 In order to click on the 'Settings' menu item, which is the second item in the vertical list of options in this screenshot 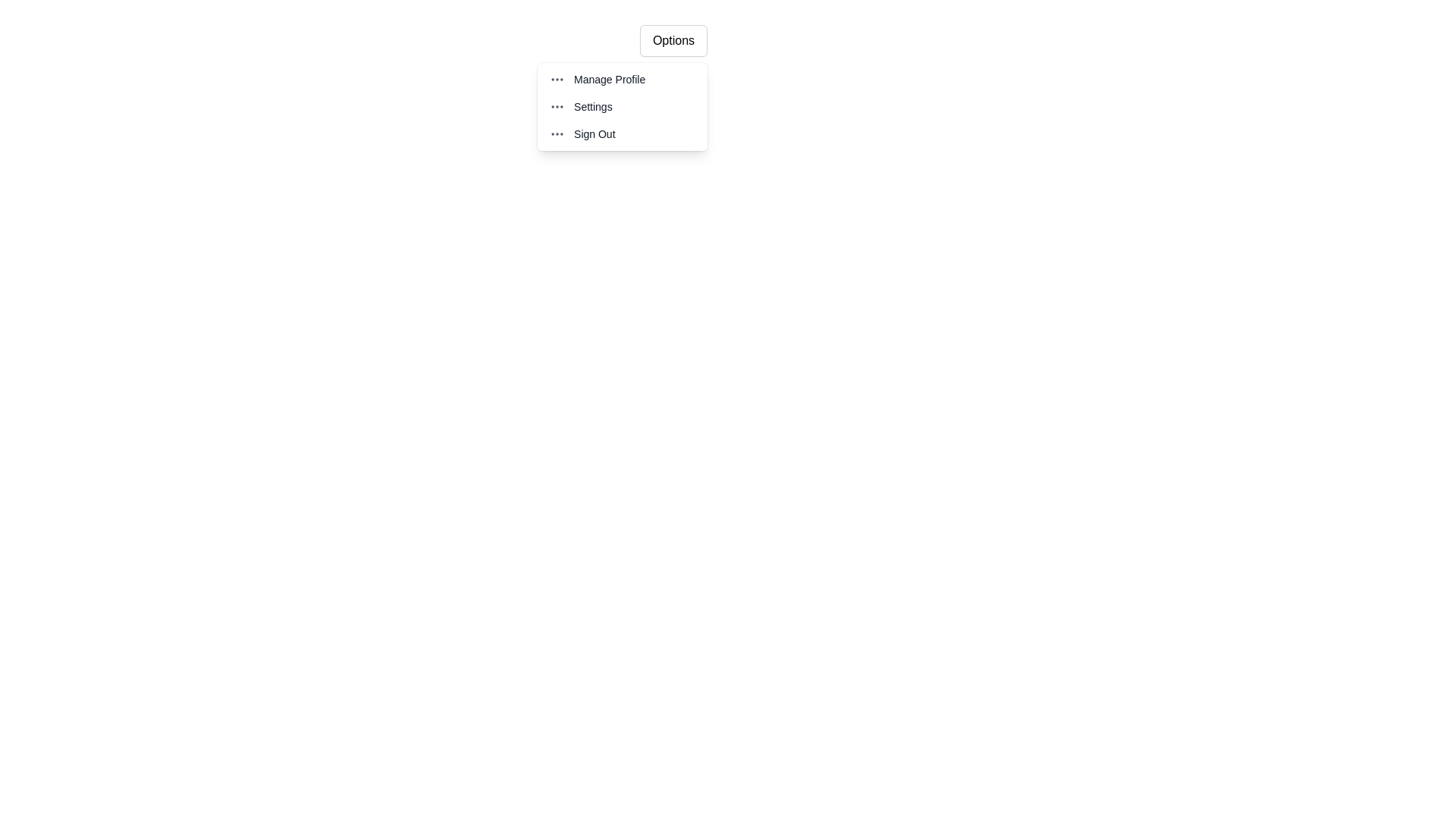, I will do `click(622, 106)`.